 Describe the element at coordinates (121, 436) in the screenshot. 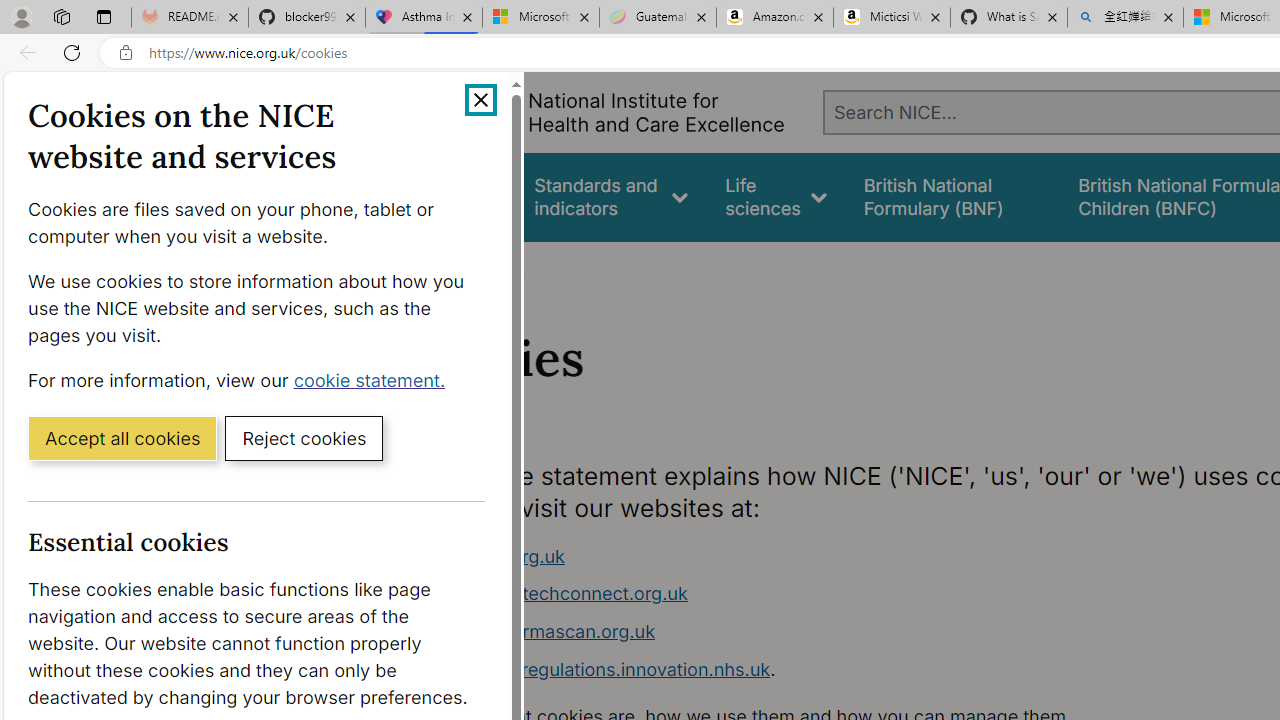

I see `'Accept all cookies'` at that location.